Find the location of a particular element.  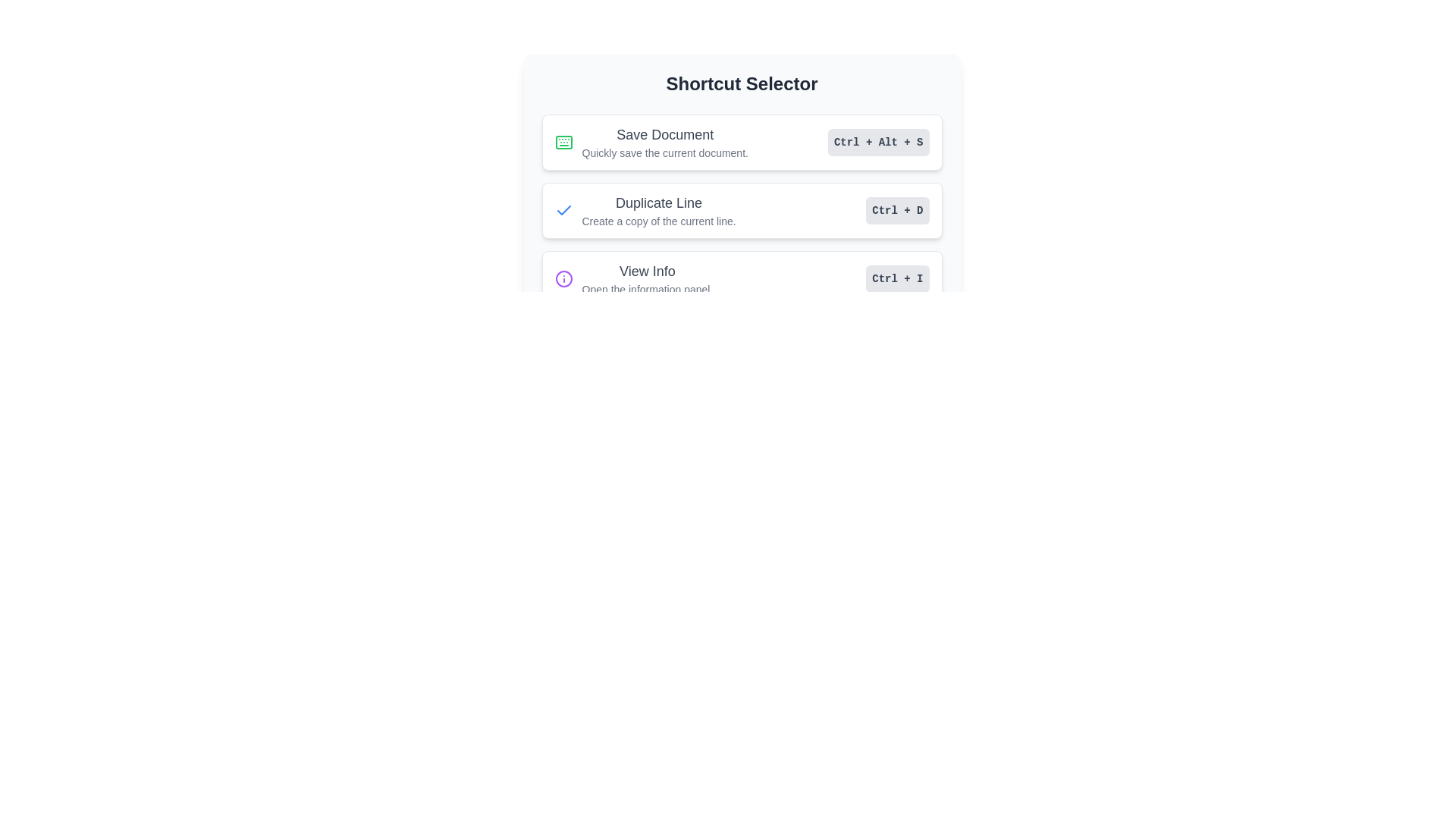

the first item in the 'Shortcut Selector' interface that indicates 'Save Document' with an embedded icon and keyboard shortcut is located at coordinates (651, 143).